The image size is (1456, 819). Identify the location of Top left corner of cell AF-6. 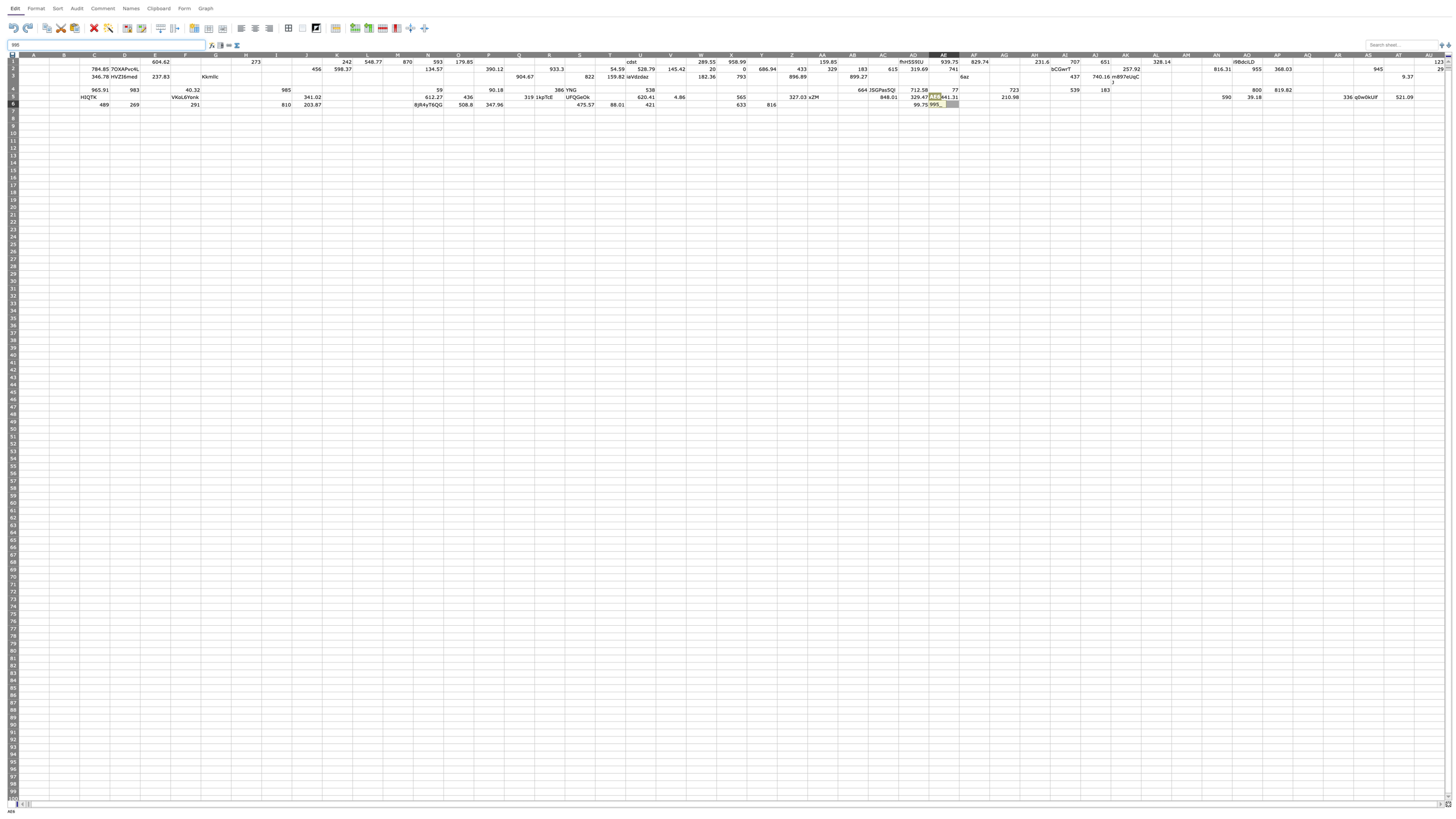
(959, 100).